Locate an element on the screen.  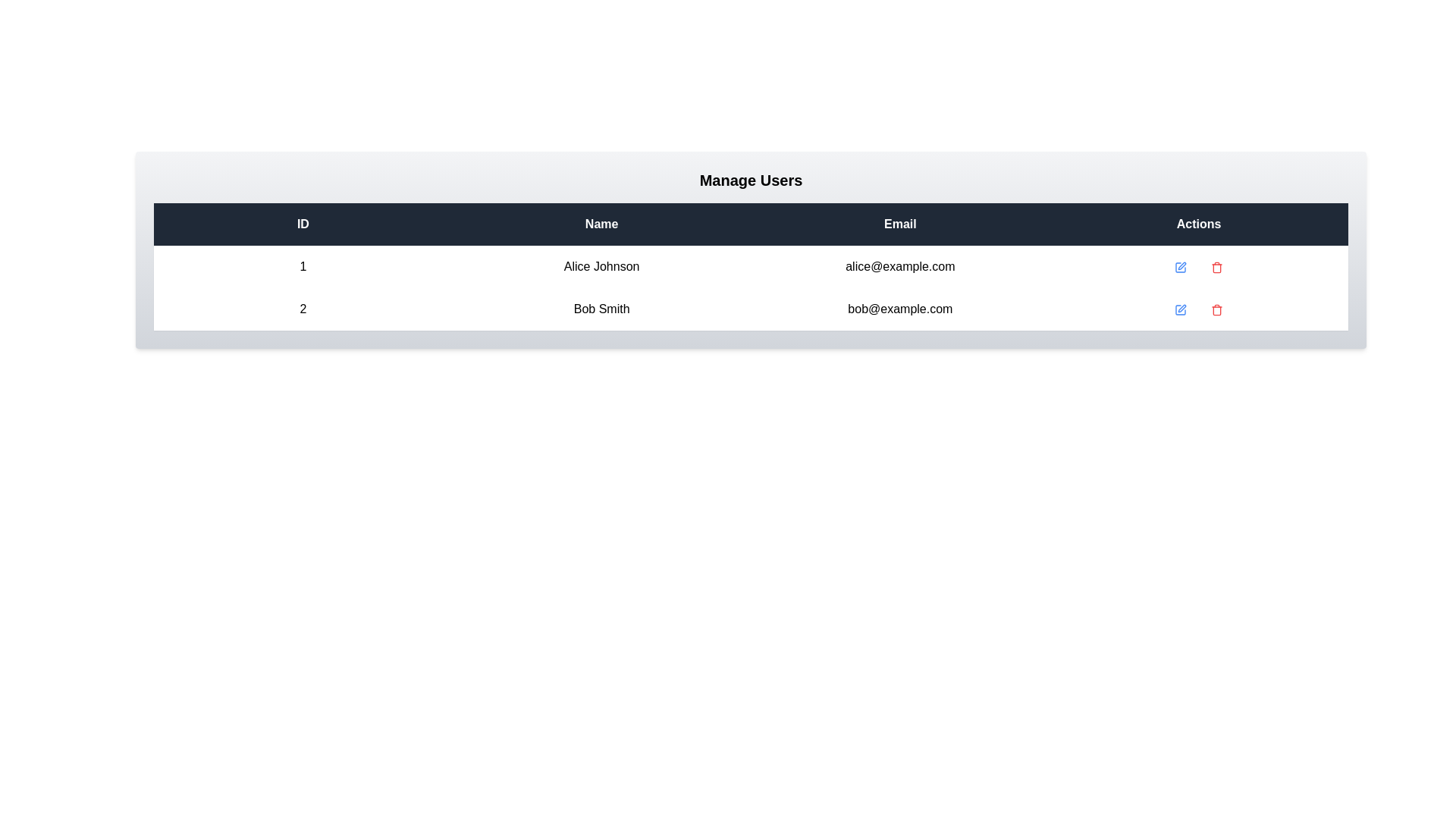
the Name header to sort the table by that column is located at coordinates (601, 224).